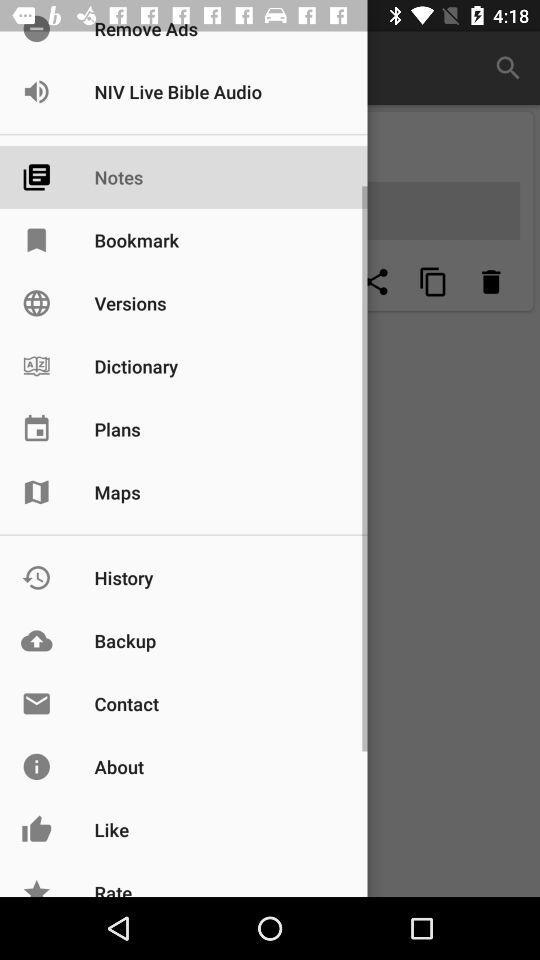  Describe the element at coordinates (490, 281) in the screenshot. I see `delete option` at that location.